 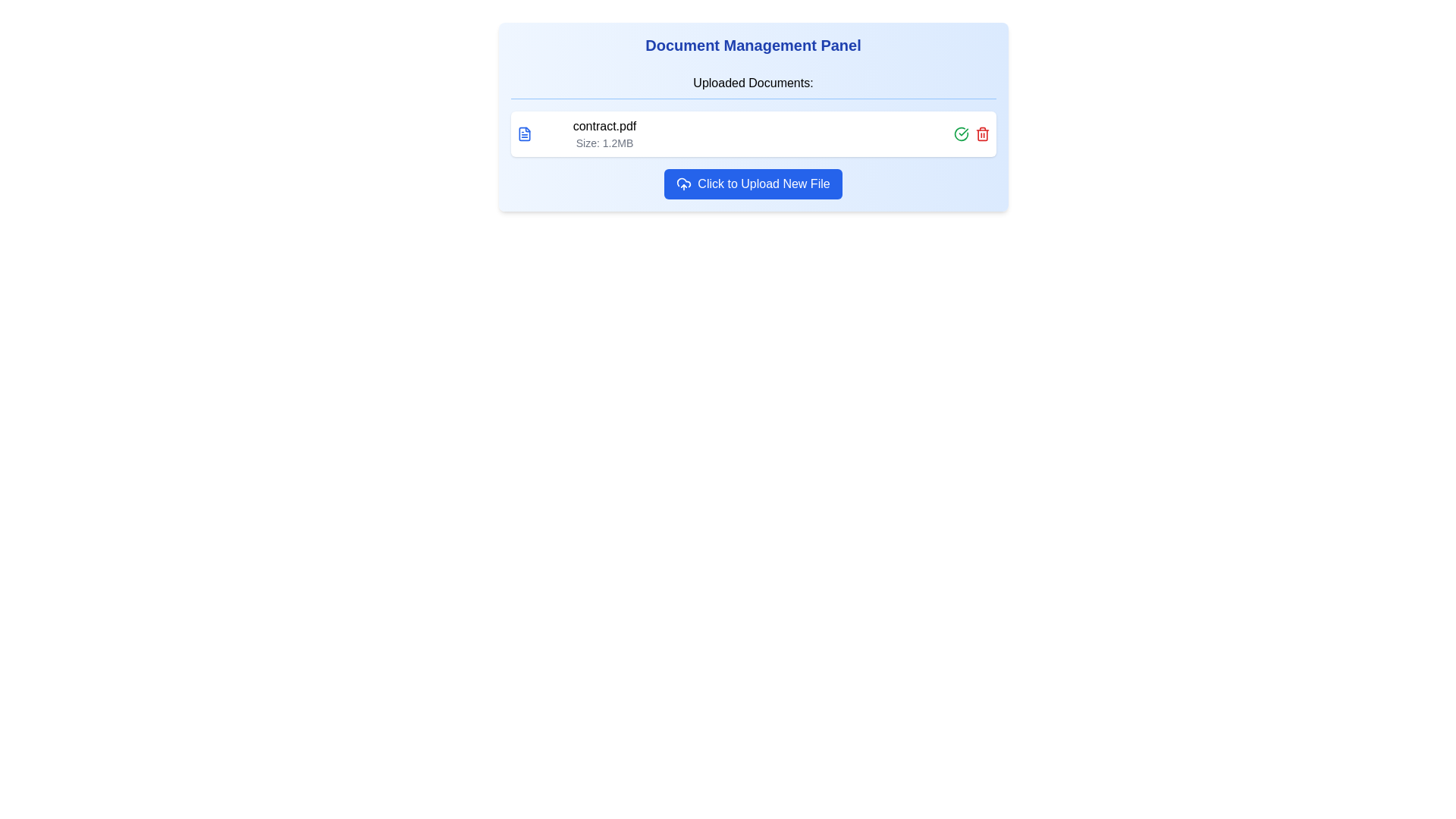 I want to click on the interactive upload button located at the bottom section of the panel, so click(x=764, y=184).